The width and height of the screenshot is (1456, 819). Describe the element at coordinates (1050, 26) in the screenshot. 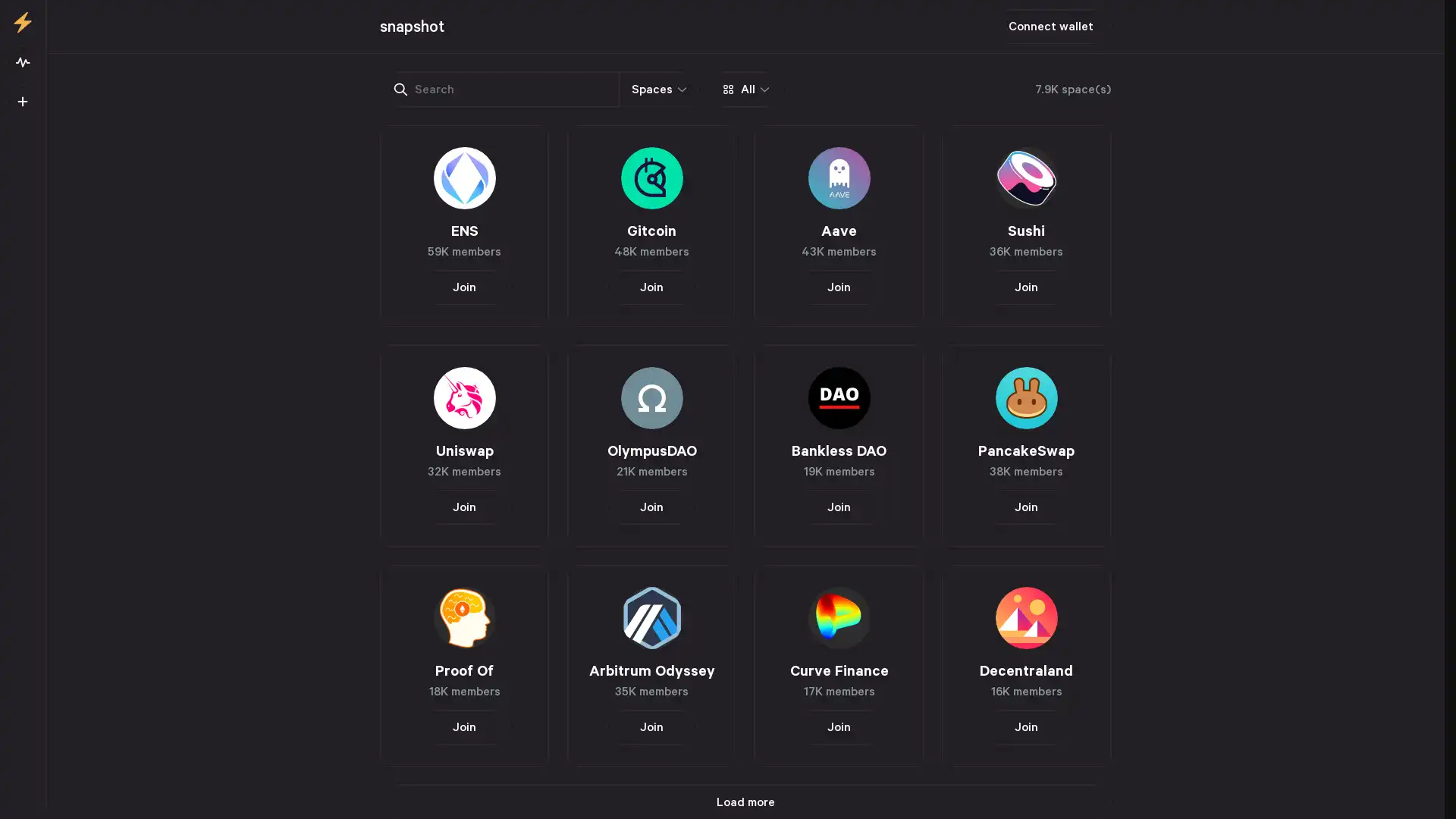

I see `Connect wallet` at that location.